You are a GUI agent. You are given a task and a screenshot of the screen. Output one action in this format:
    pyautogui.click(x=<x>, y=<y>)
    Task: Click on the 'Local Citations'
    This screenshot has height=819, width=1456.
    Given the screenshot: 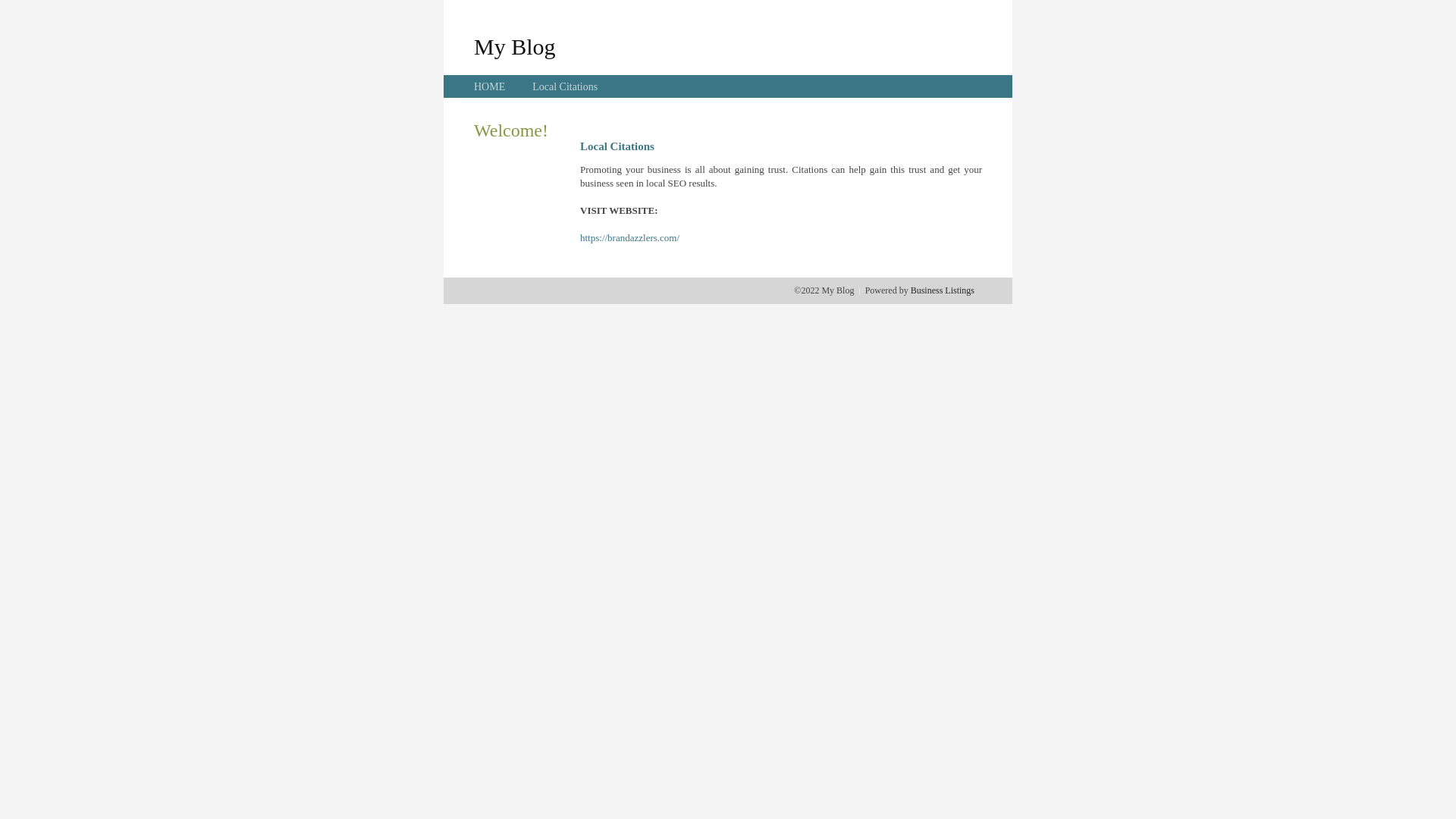 What is the action you would take?
    pyautogui.click(x=563, y=86)
    